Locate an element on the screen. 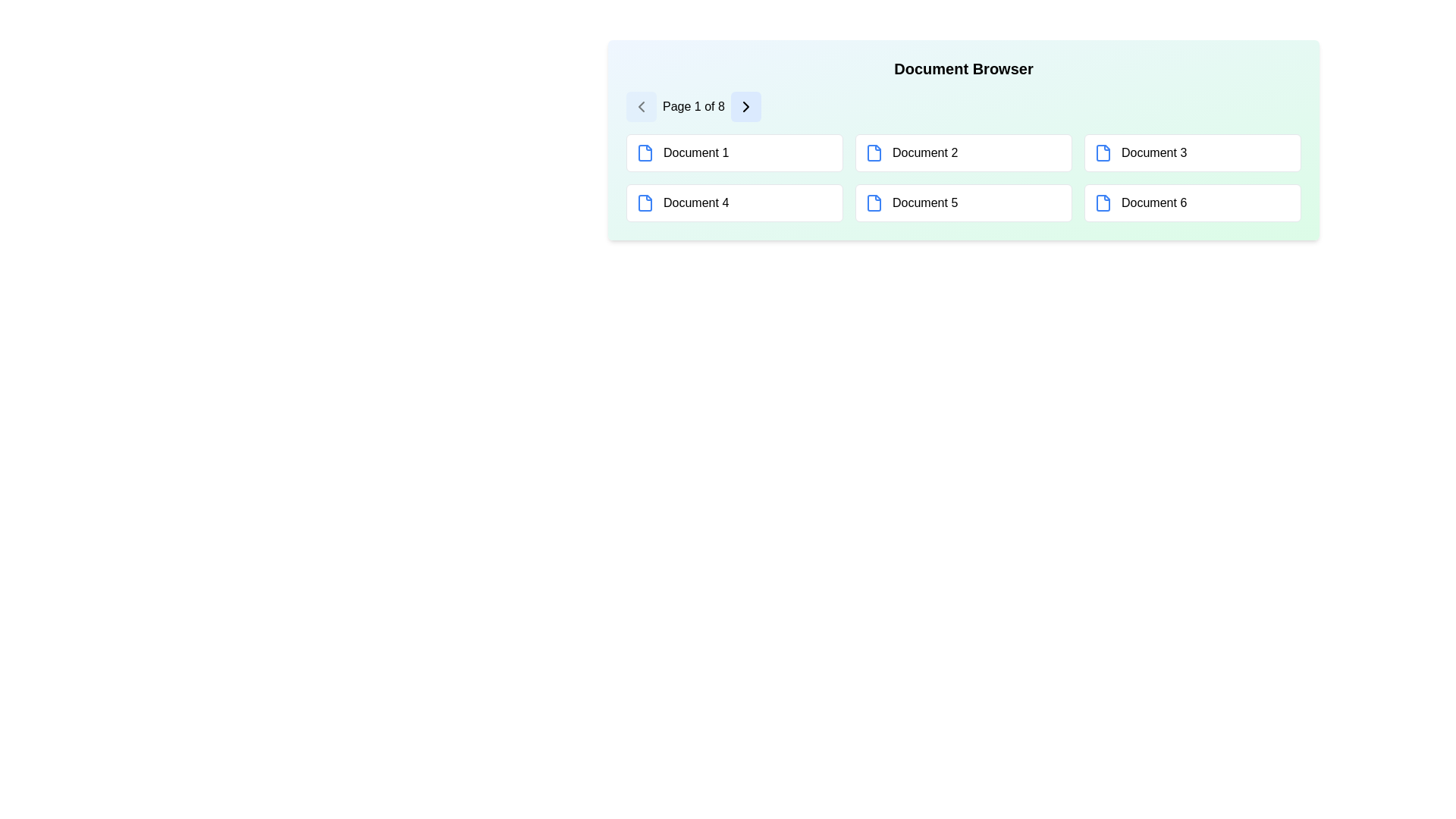 The image size is (1456, 819). the decorative icon representing 'Document 1', which is the leftmost icon is located at coordinates (645, 152).